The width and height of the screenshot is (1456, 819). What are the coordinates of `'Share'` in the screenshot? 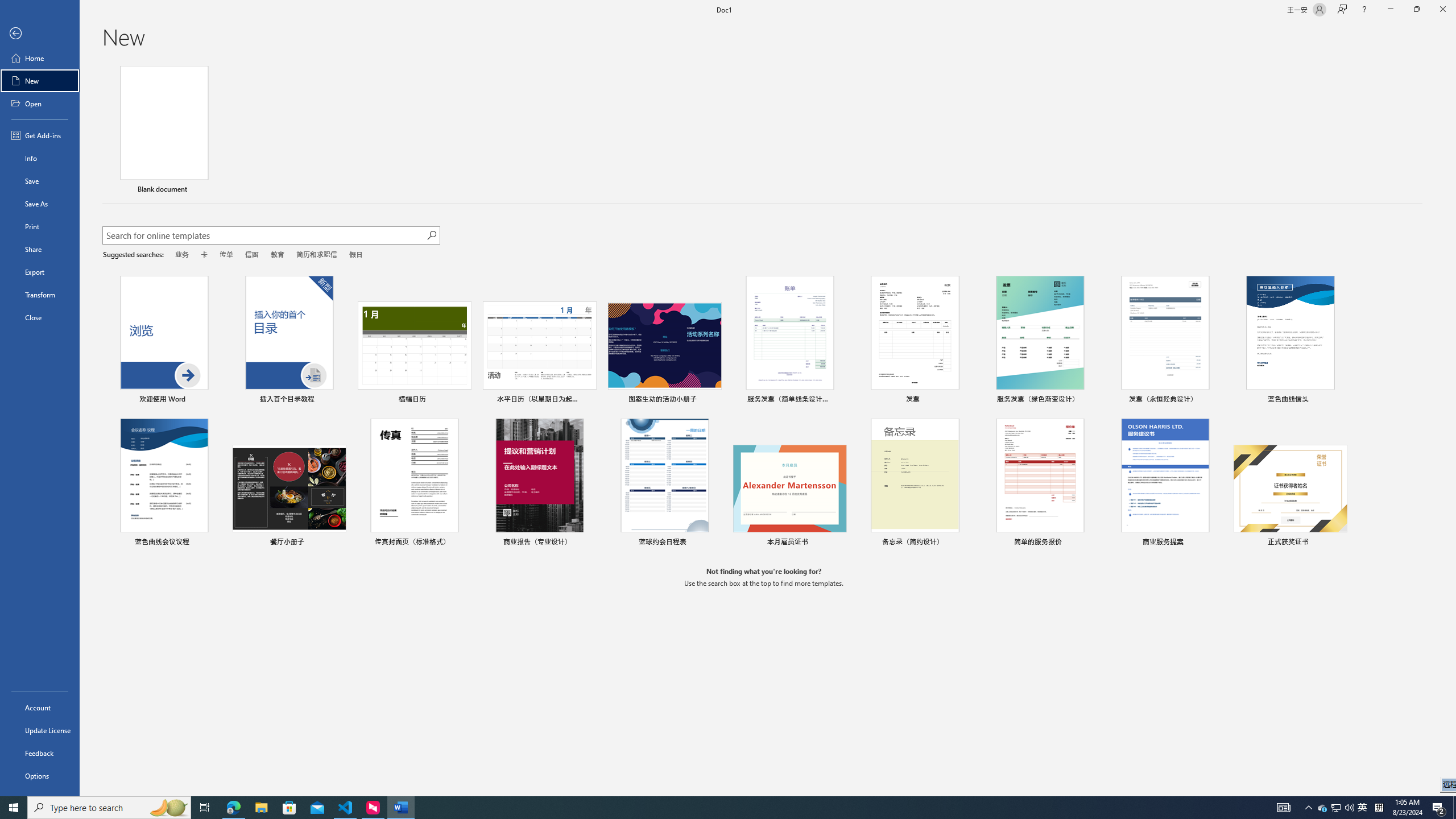 It's located at (39, 248).